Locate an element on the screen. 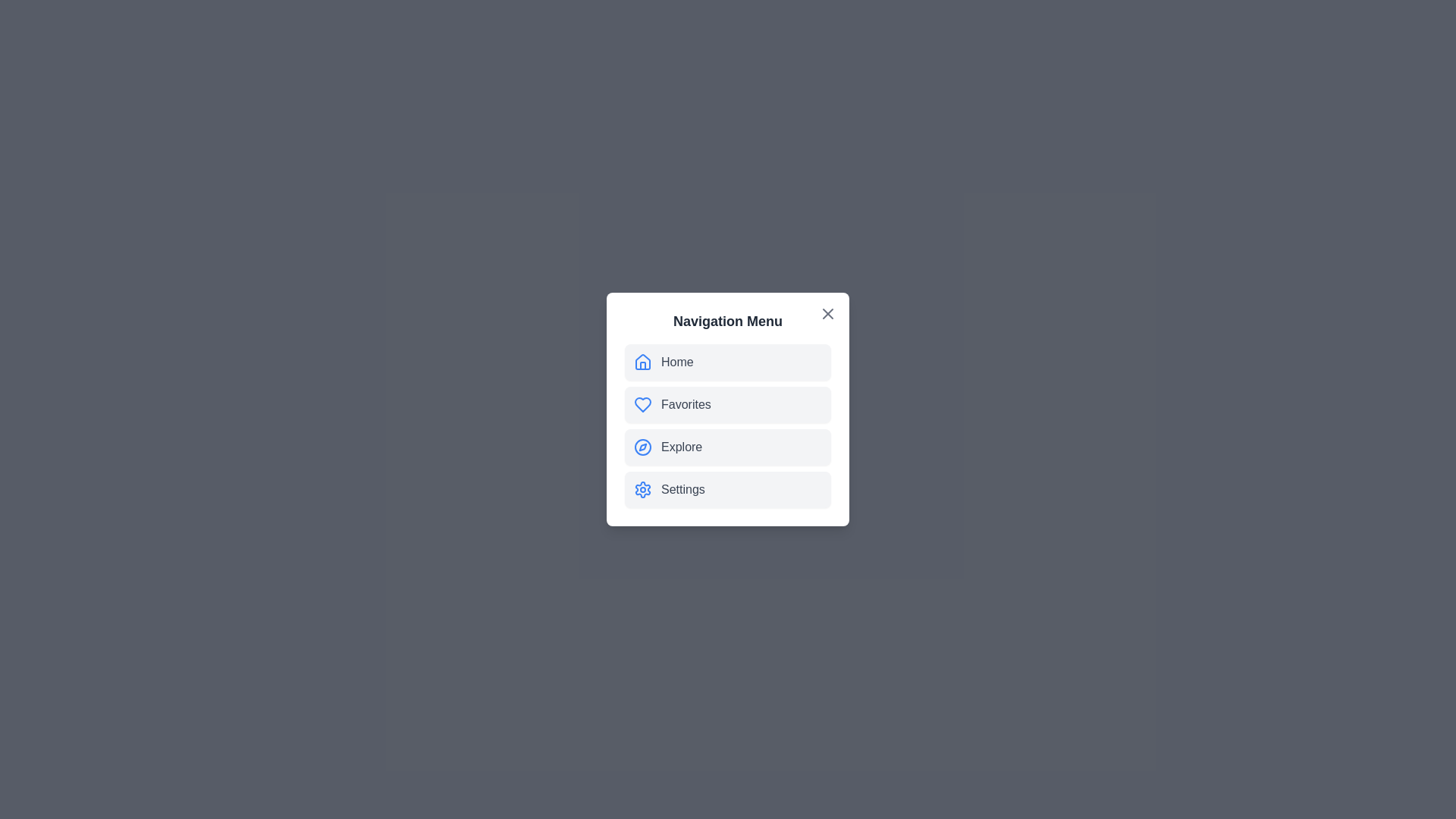  the navigation item Explore to observe its hover effect is located at coordinates (728, 447).